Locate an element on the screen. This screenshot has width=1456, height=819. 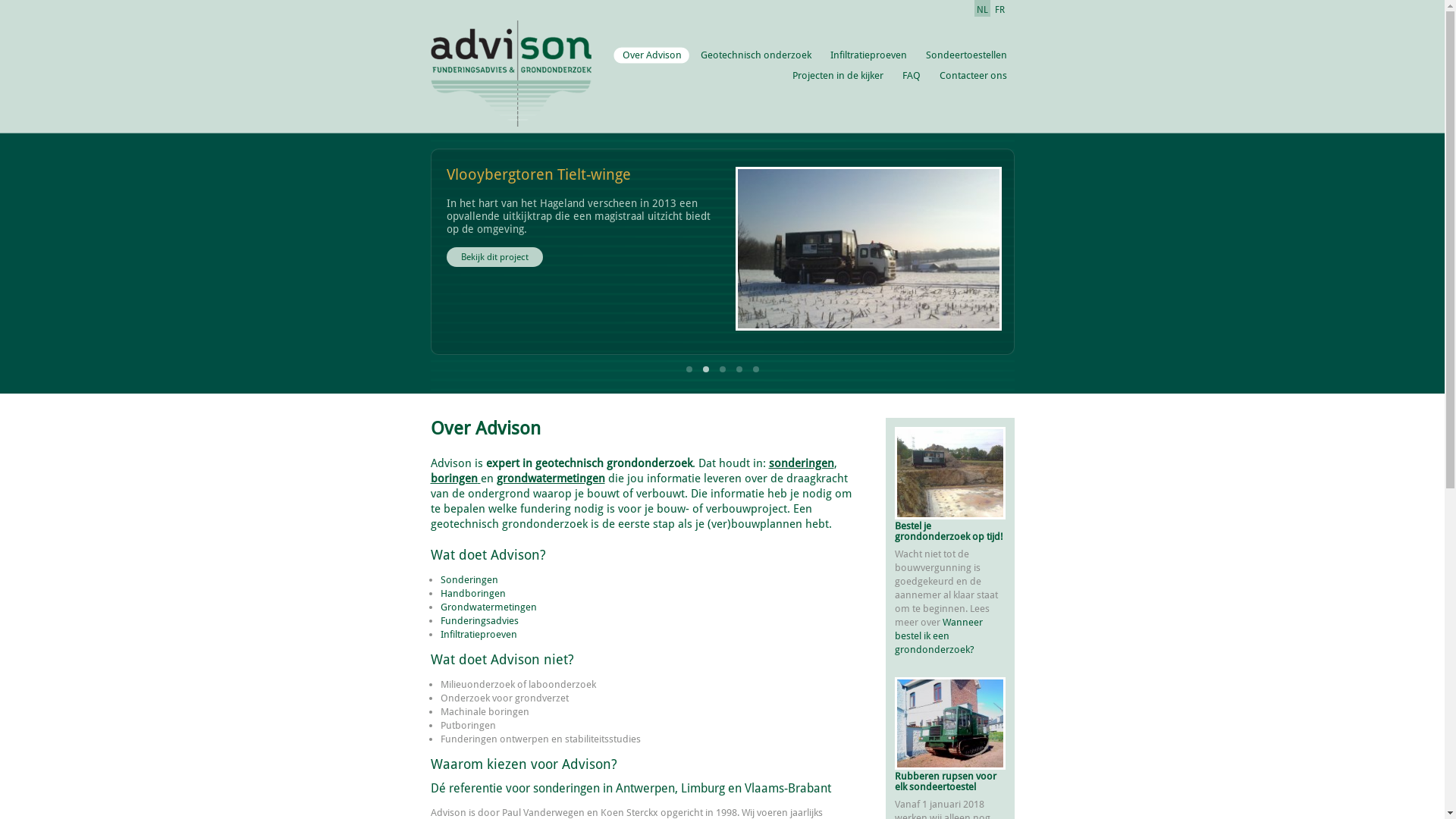
'Handboringen' is located at coordinates (439, 592).